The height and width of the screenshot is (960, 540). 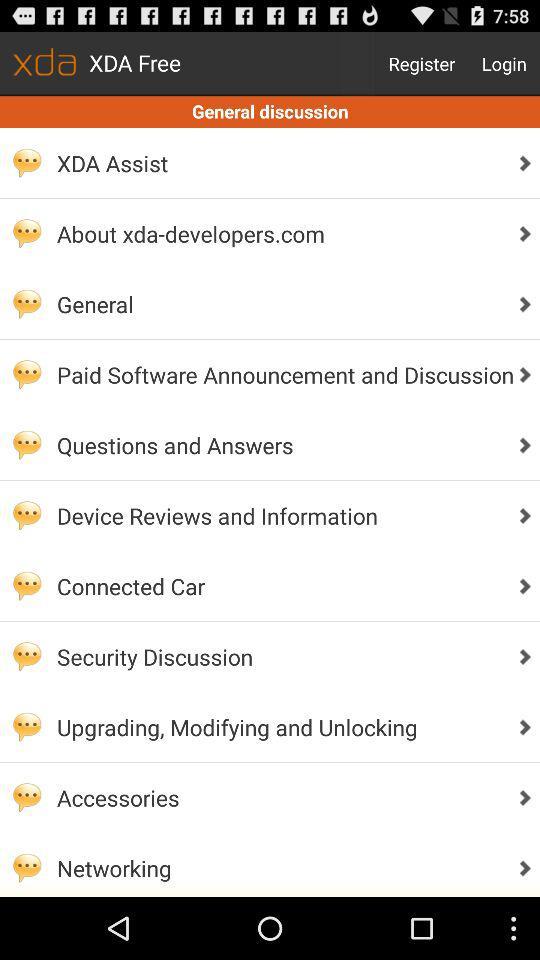 What do you see at coordinates (279, 797) in the screenshot?
I see `accessories` at bounding box center [279, 797].